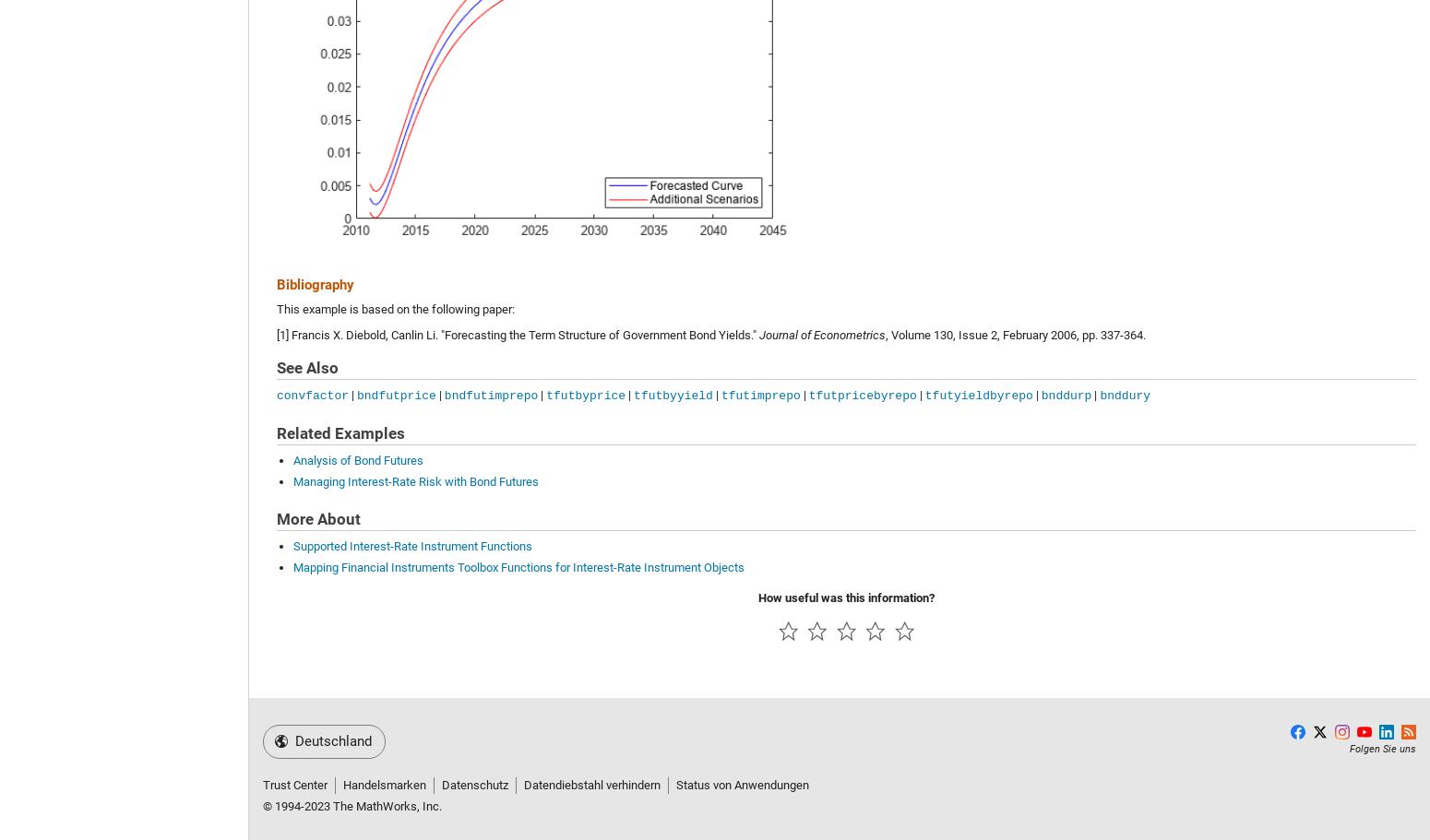  I want to click on 'tfutimprepo', so click(758, 395).